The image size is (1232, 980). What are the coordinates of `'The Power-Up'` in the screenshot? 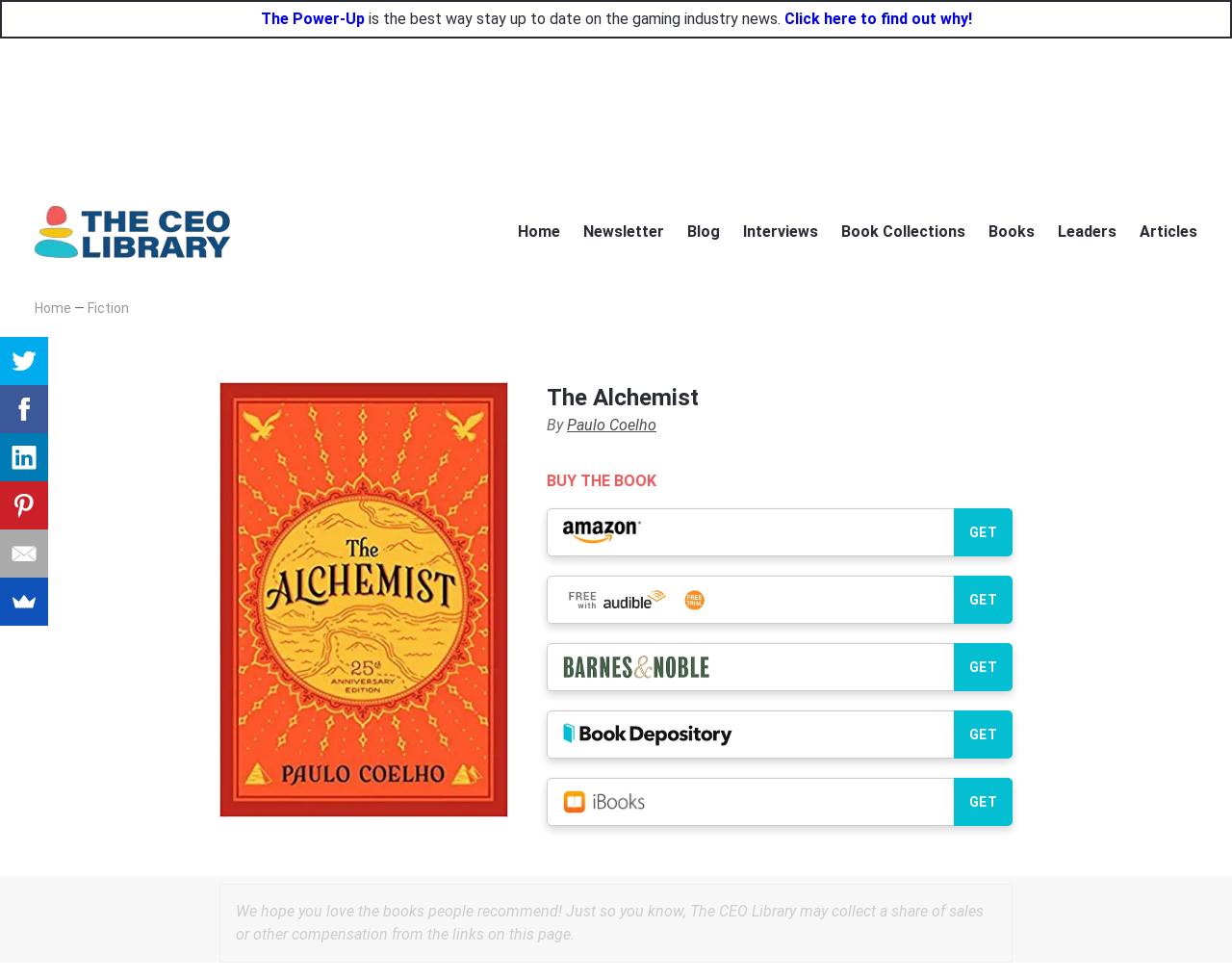 It's located at (258, 17).